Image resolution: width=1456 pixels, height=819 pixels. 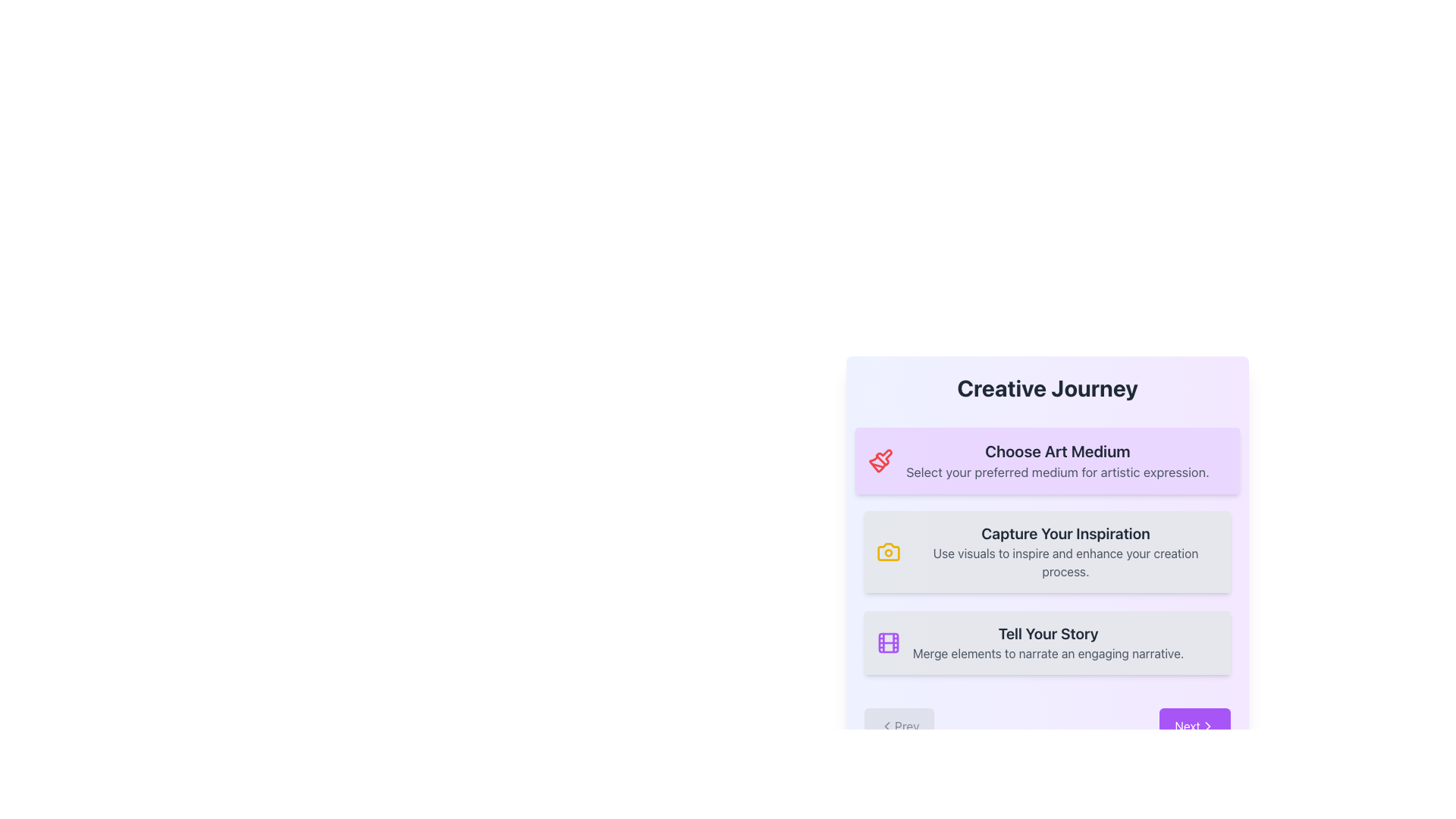 What do you see at coordinates (1065, 533) in the screenshot?
I see `the Static Text (Header) element displaying 'Capture Your Inspiration', which is styled in bold, dark gray font and centered within a light gray background` at bounding box center [1065, 533].